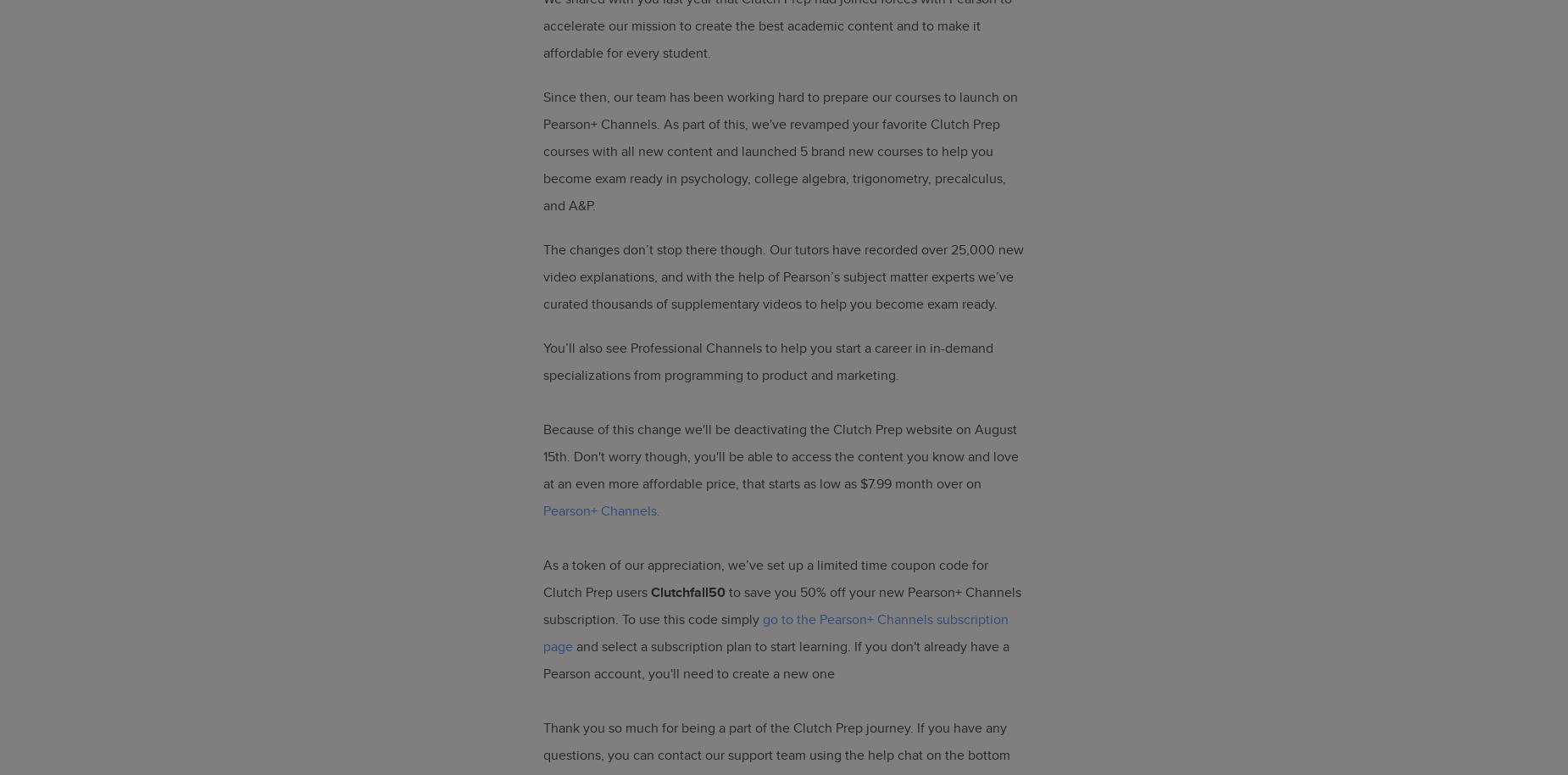 The image size is (1568, 775). I want to click on 'The changes don’t stop there though. Our tutors have recorded over 25,000 new video explanations, and with the help of Pearson’s subject matter experts we’ve curated thousands of supplementary videos to help you become exam ready.', so click(783, 276).